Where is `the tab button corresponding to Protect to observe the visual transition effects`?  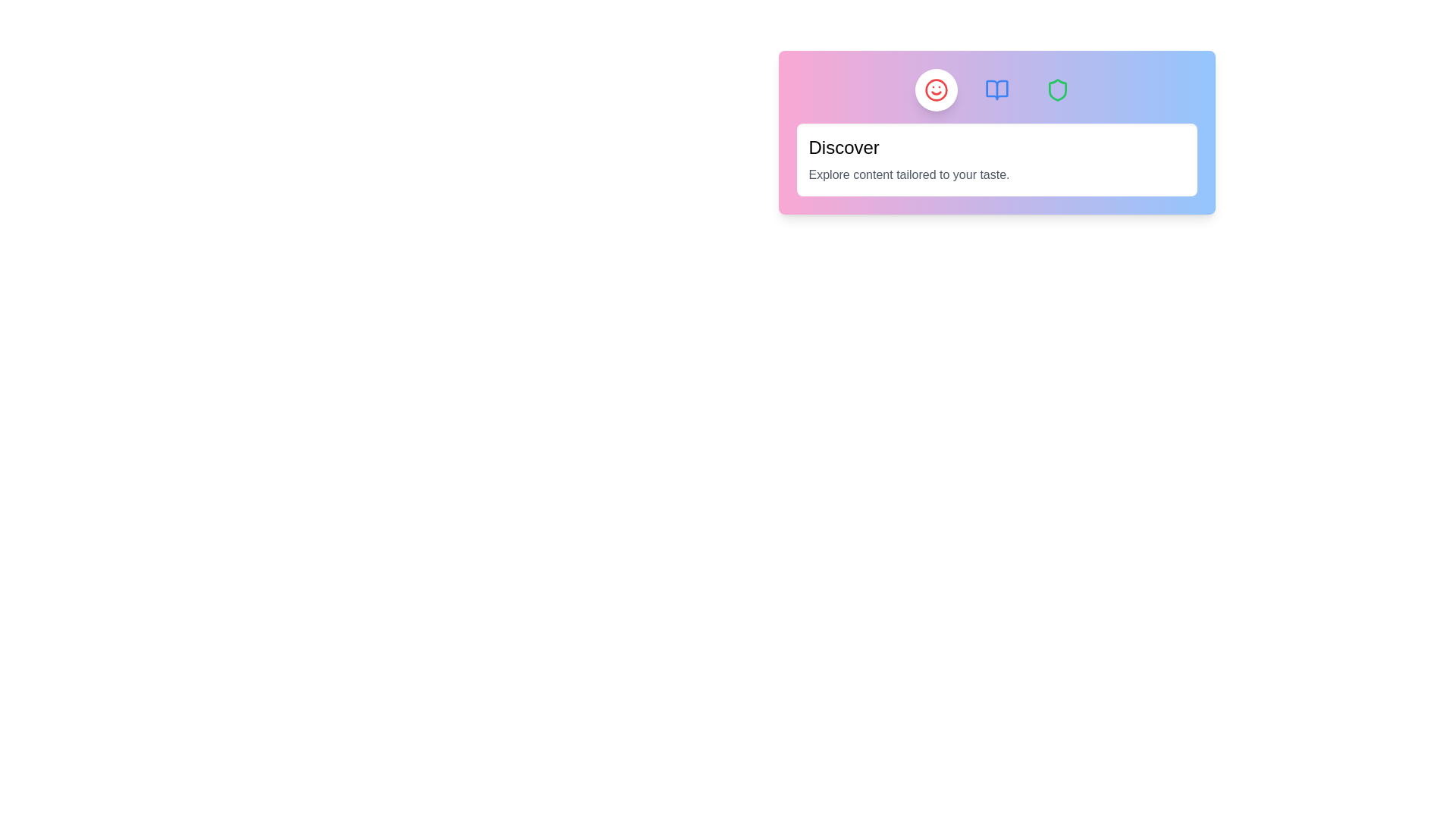
the tab button corresponding to Protect to observe the visual transition effects is located at coordinates (1056, 90).